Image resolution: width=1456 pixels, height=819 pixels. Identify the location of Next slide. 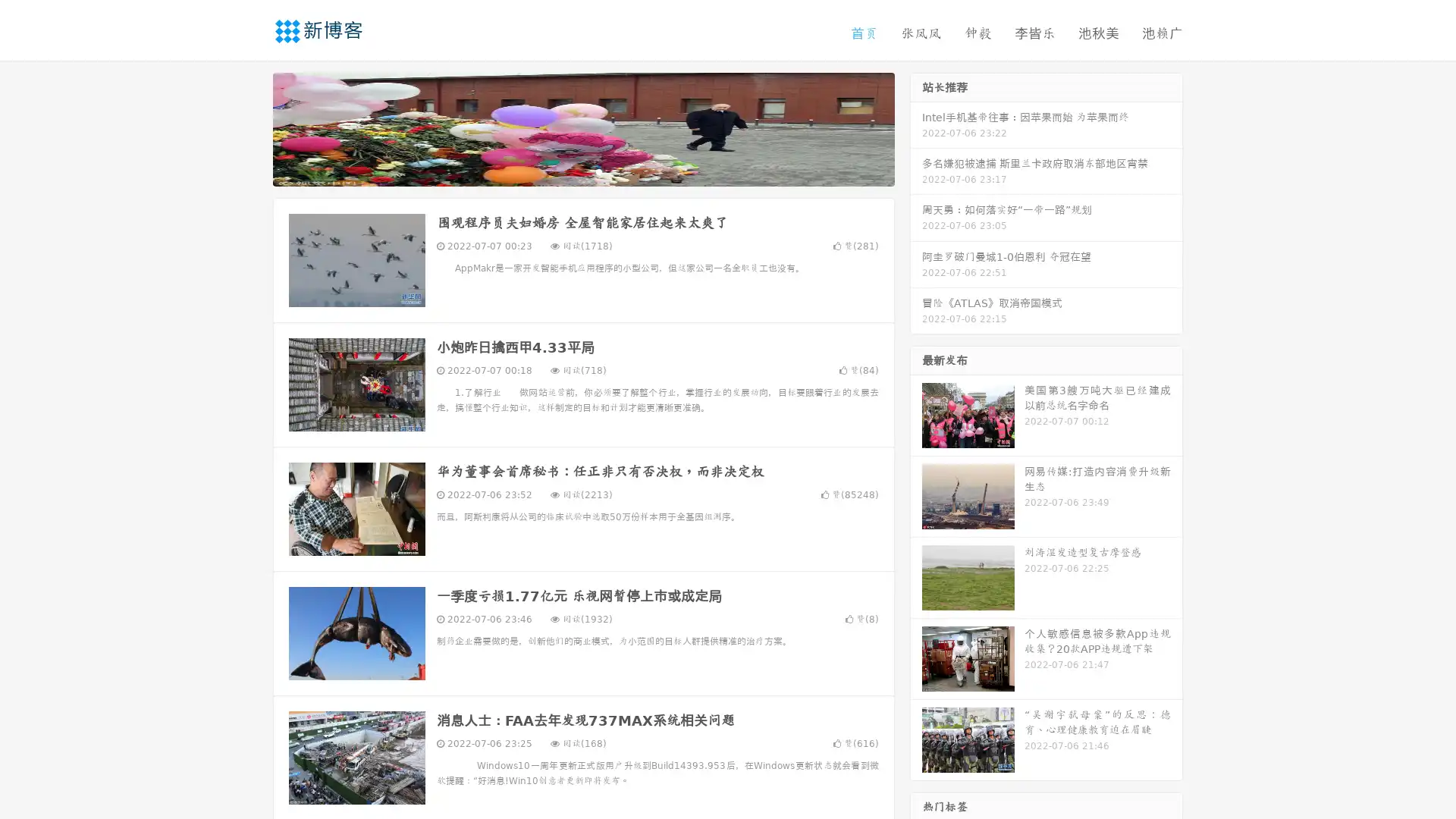
(916, 127).